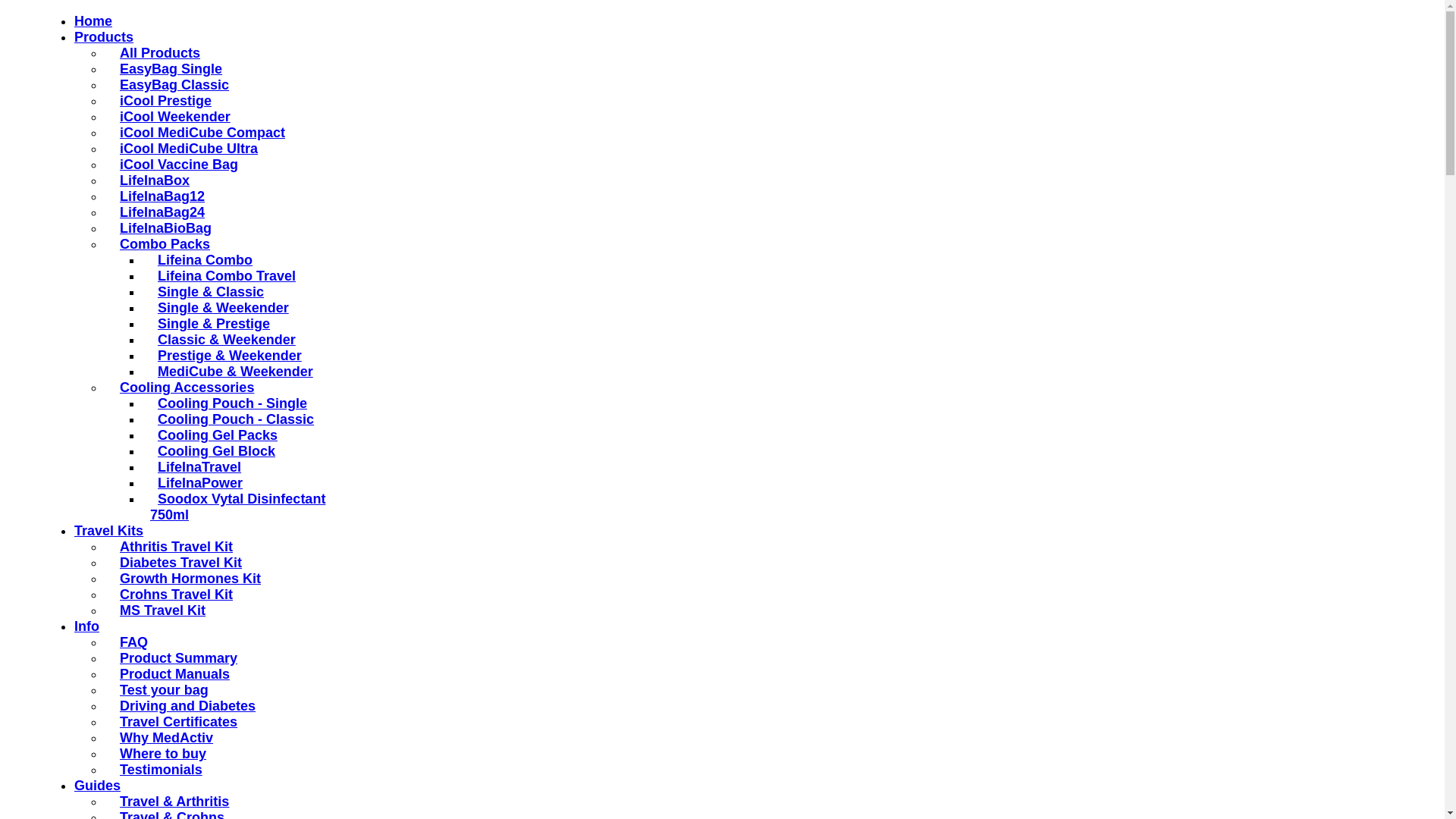  Describe the element at coordinates (171, 673) in the screenshot. I see `'Product Manuals'` at that location.